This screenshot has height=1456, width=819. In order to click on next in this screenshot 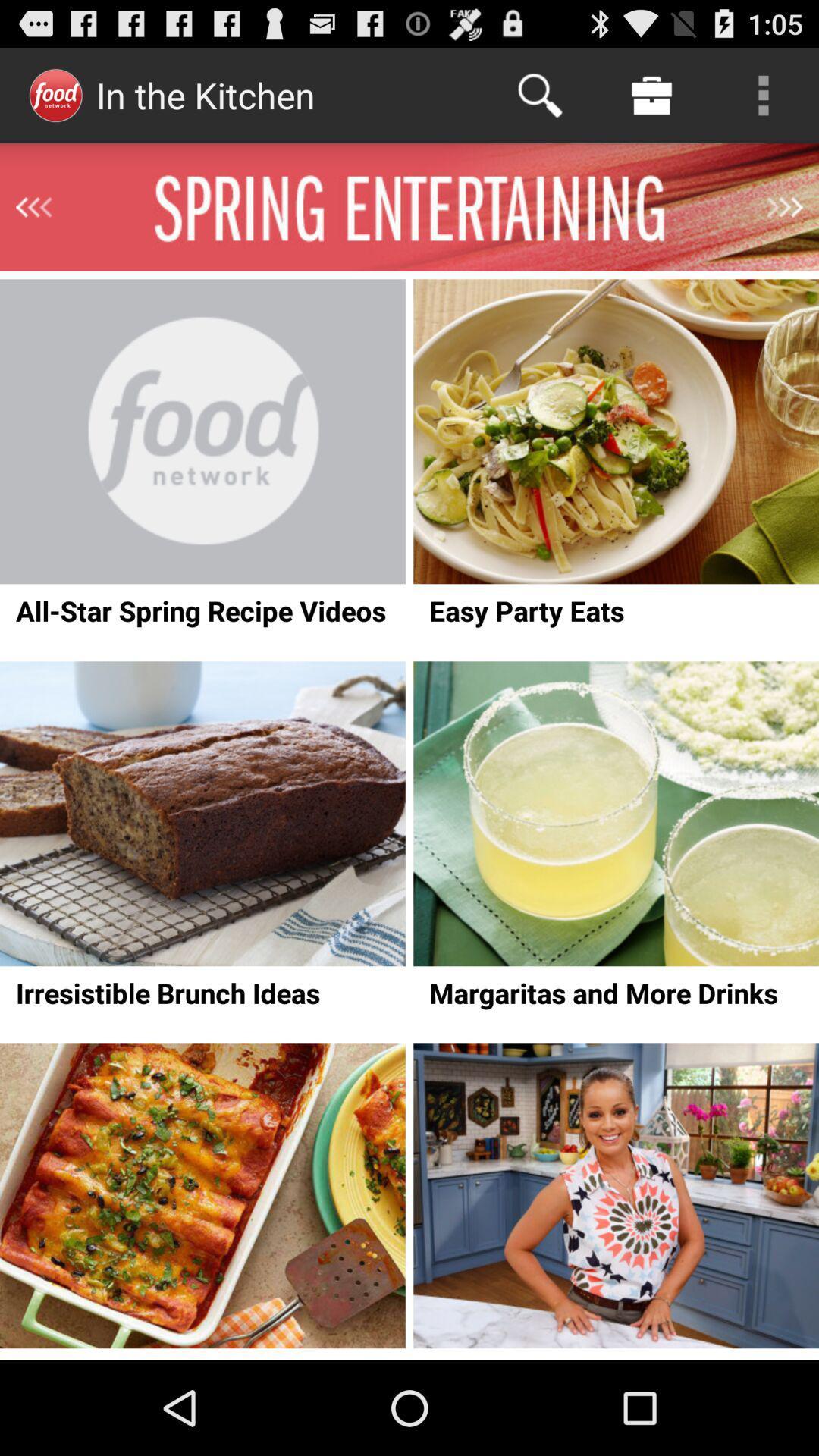, I will do `click(785, 206)`.